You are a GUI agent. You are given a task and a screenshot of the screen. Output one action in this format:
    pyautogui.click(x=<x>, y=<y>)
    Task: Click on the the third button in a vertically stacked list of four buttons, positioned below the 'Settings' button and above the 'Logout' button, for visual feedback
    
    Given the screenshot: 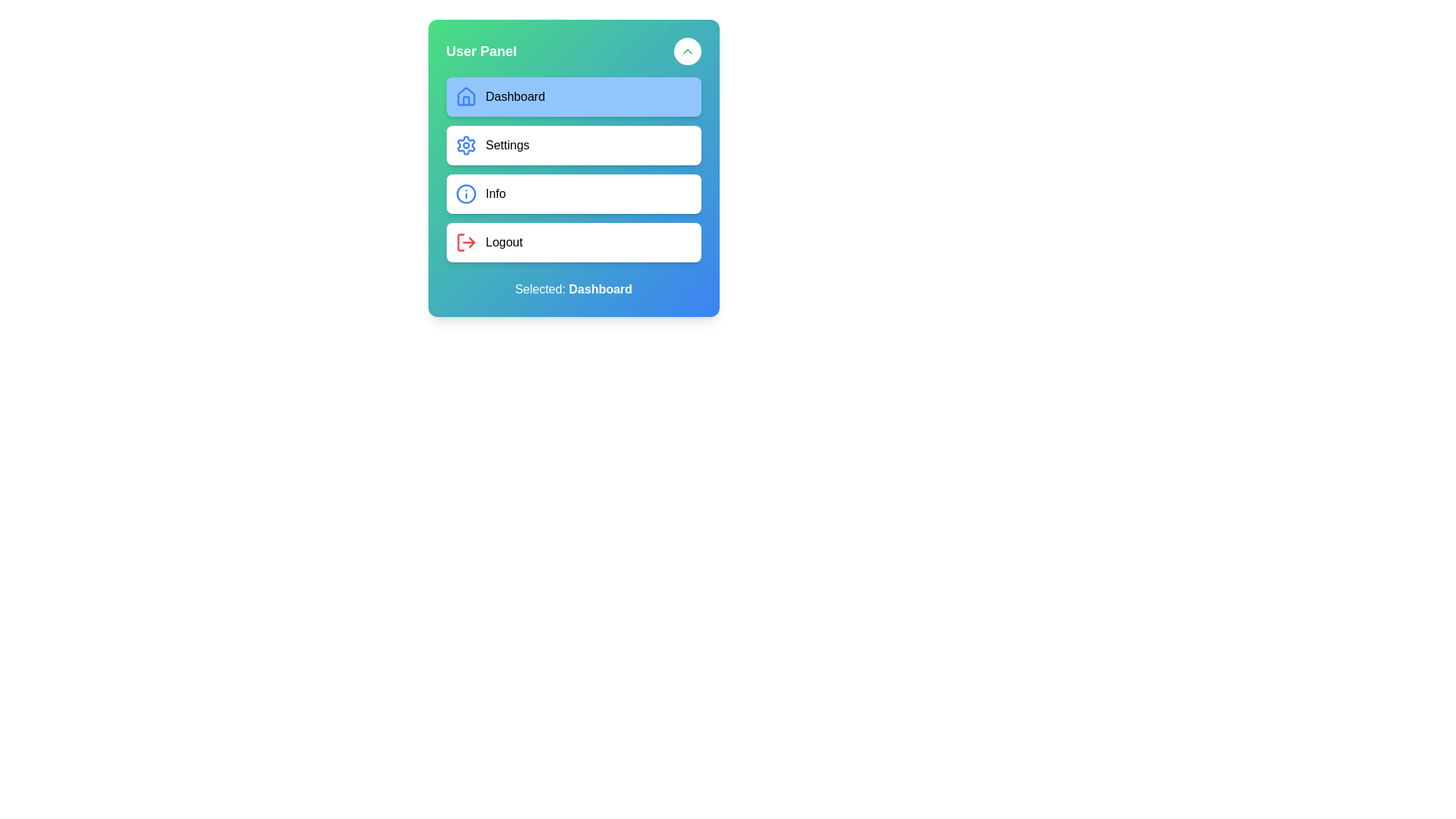 What is the action you would take?
    pyautogui.click(x=573, y=193)
    